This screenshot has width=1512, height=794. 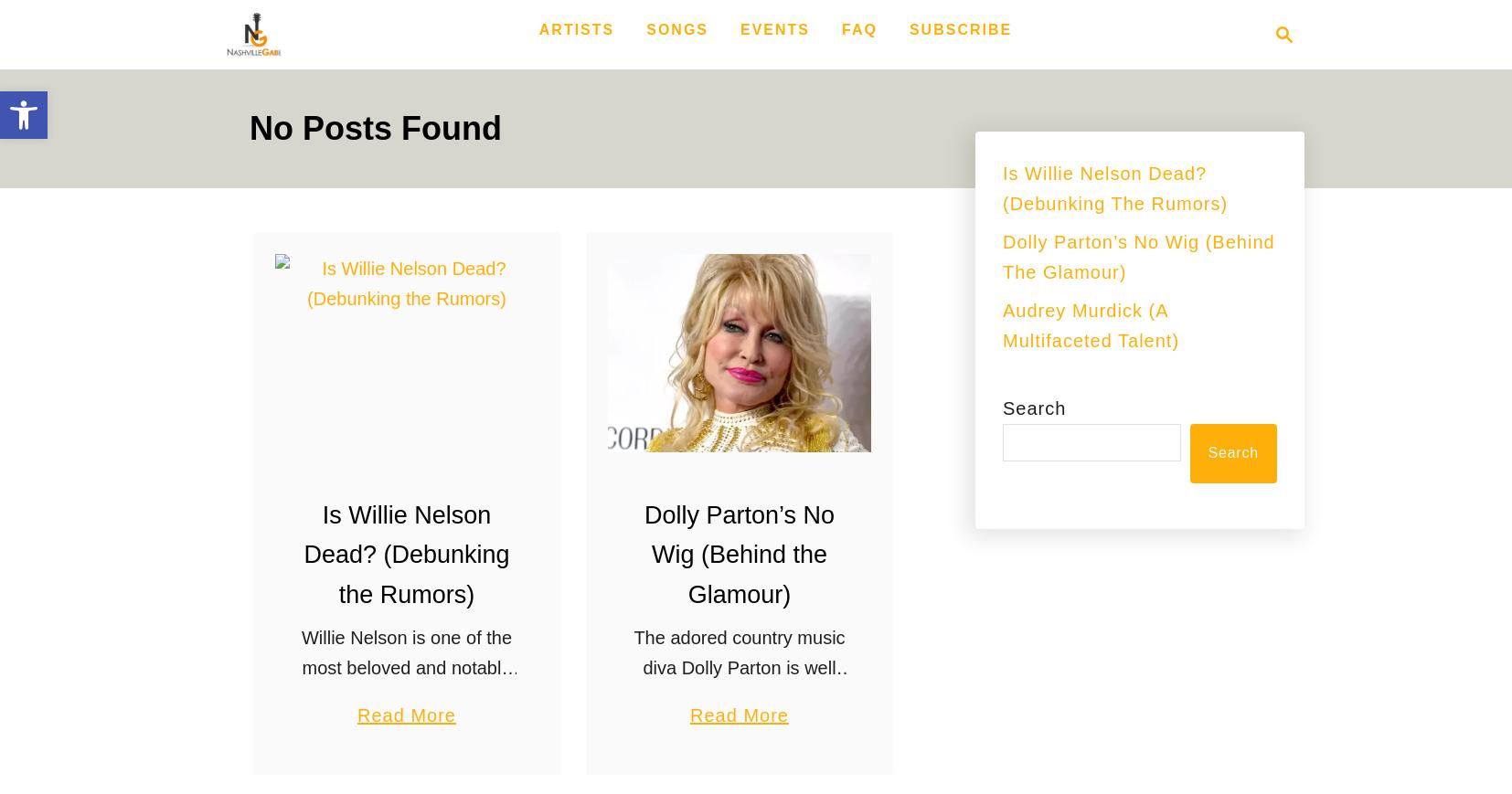 What do you see at coordinates (676, 27) in the screenshot?
I see `'Songs'` at bounding box center [676, 27].